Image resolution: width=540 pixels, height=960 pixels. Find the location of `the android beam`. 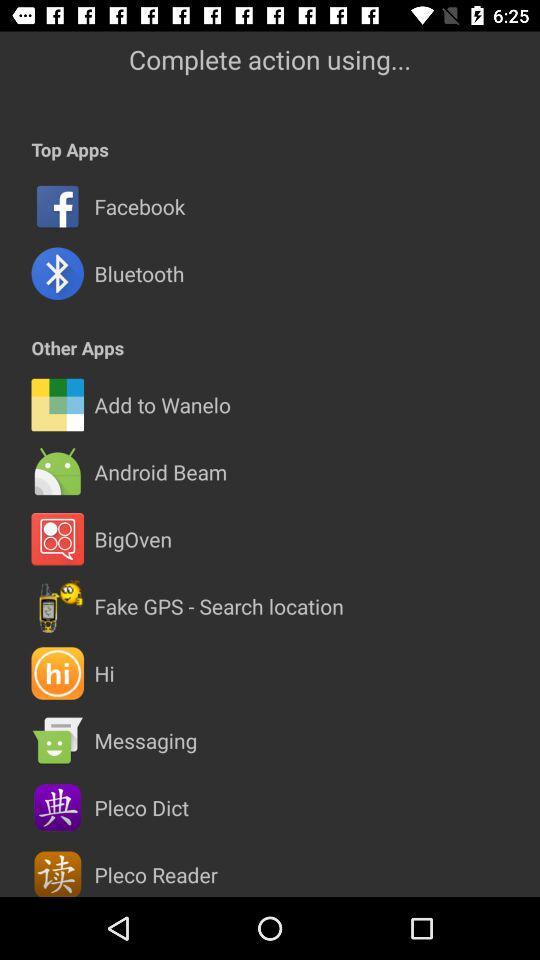

the android beam is located at coordinates (159, 472).